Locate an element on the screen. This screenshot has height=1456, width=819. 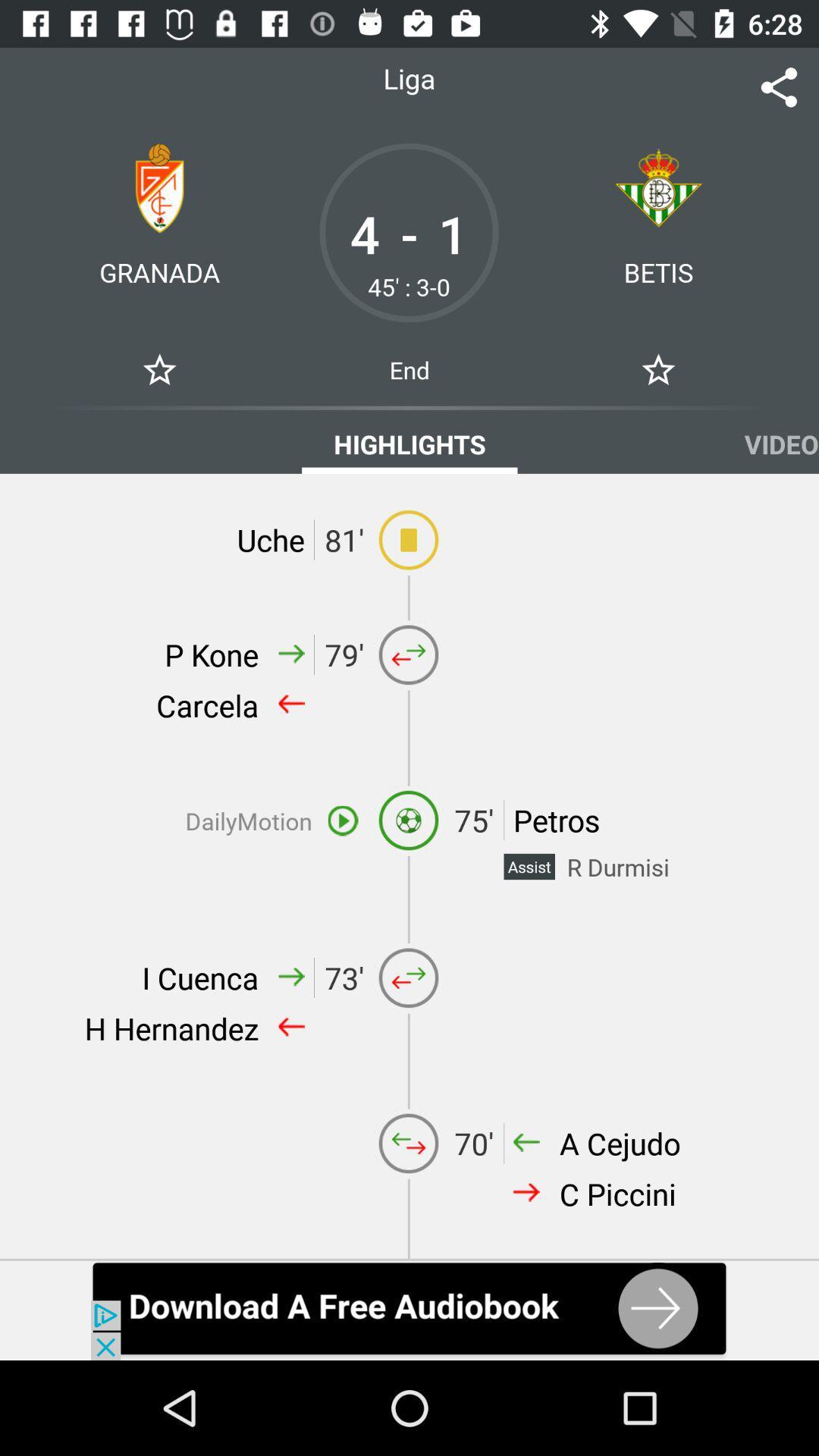
the share icon is located at coordinates (779, 86).